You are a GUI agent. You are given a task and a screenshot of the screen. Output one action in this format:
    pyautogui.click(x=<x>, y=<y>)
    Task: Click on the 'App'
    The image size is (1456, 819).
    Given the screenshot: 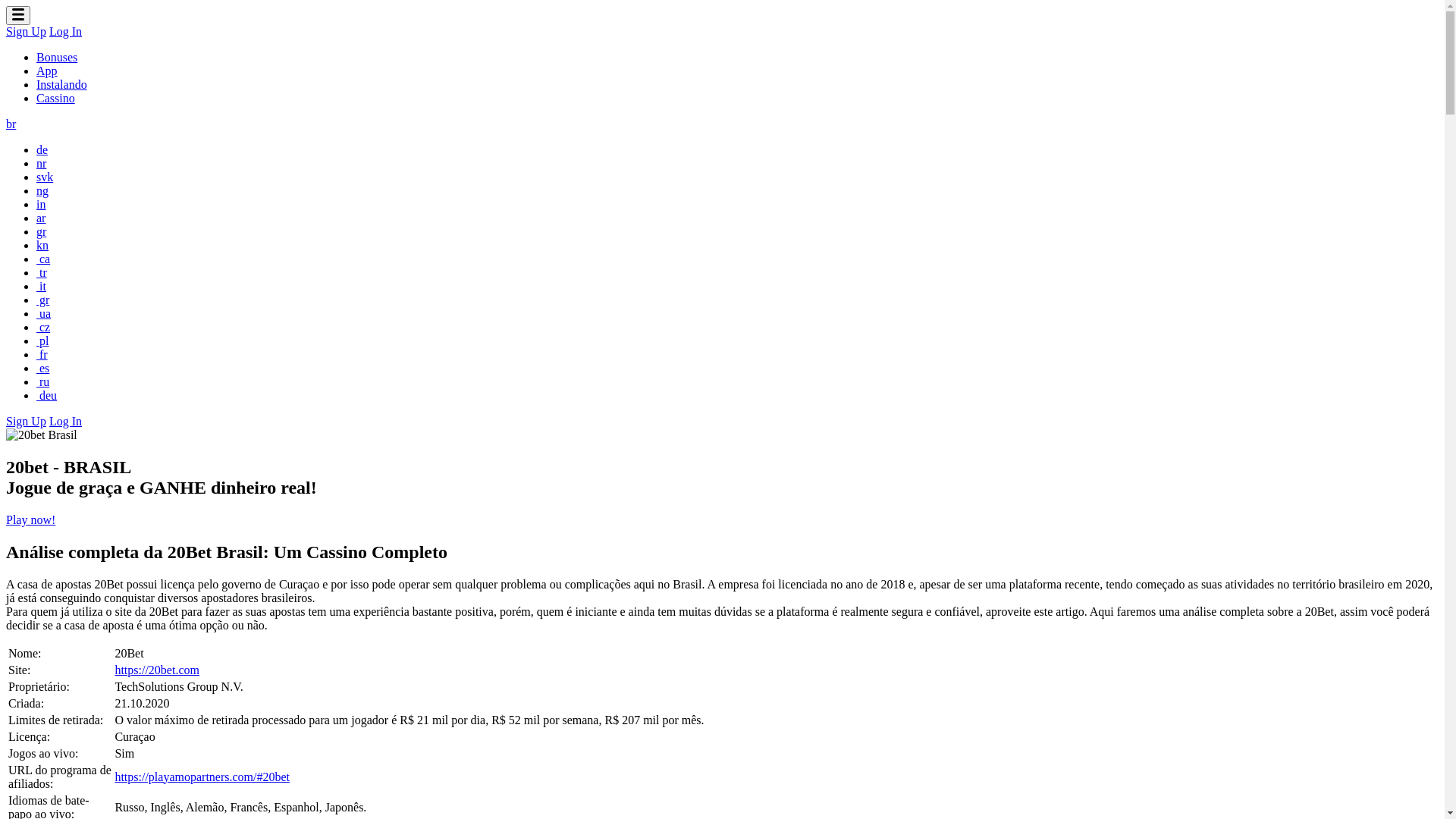 What is the action you would take?
    pyautogui.click(x=47, y=71)
    